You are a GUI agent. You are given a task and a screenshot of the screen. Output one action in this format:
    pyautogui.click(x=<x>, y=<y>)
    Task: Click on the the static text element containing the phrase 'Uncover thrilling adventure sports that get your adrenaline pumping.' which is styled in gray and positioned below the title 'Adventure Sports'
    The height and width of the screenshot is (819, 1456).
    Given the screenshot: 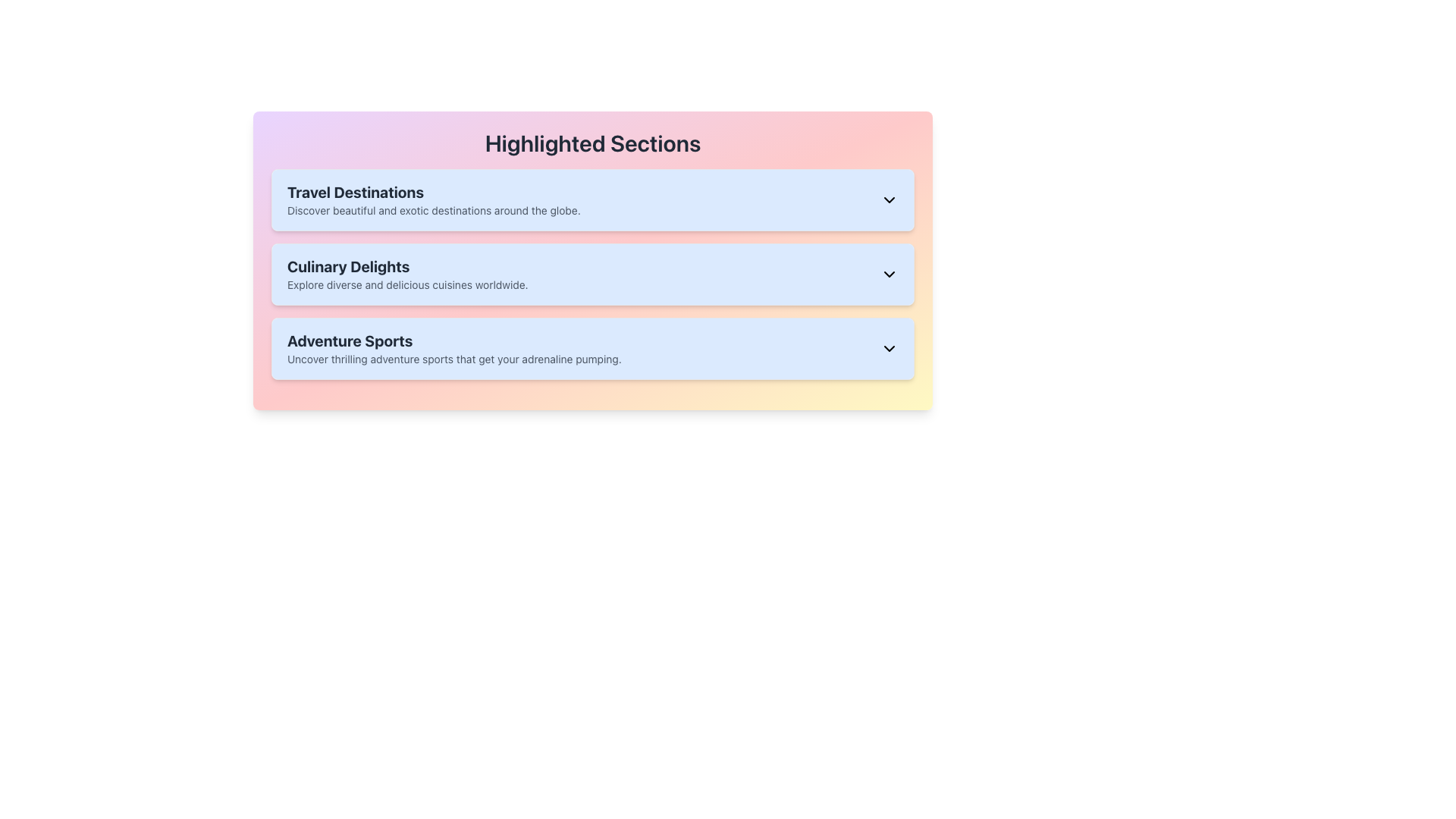 What is the action you would take?
    pyautogui.click(x=453, y=359)
    